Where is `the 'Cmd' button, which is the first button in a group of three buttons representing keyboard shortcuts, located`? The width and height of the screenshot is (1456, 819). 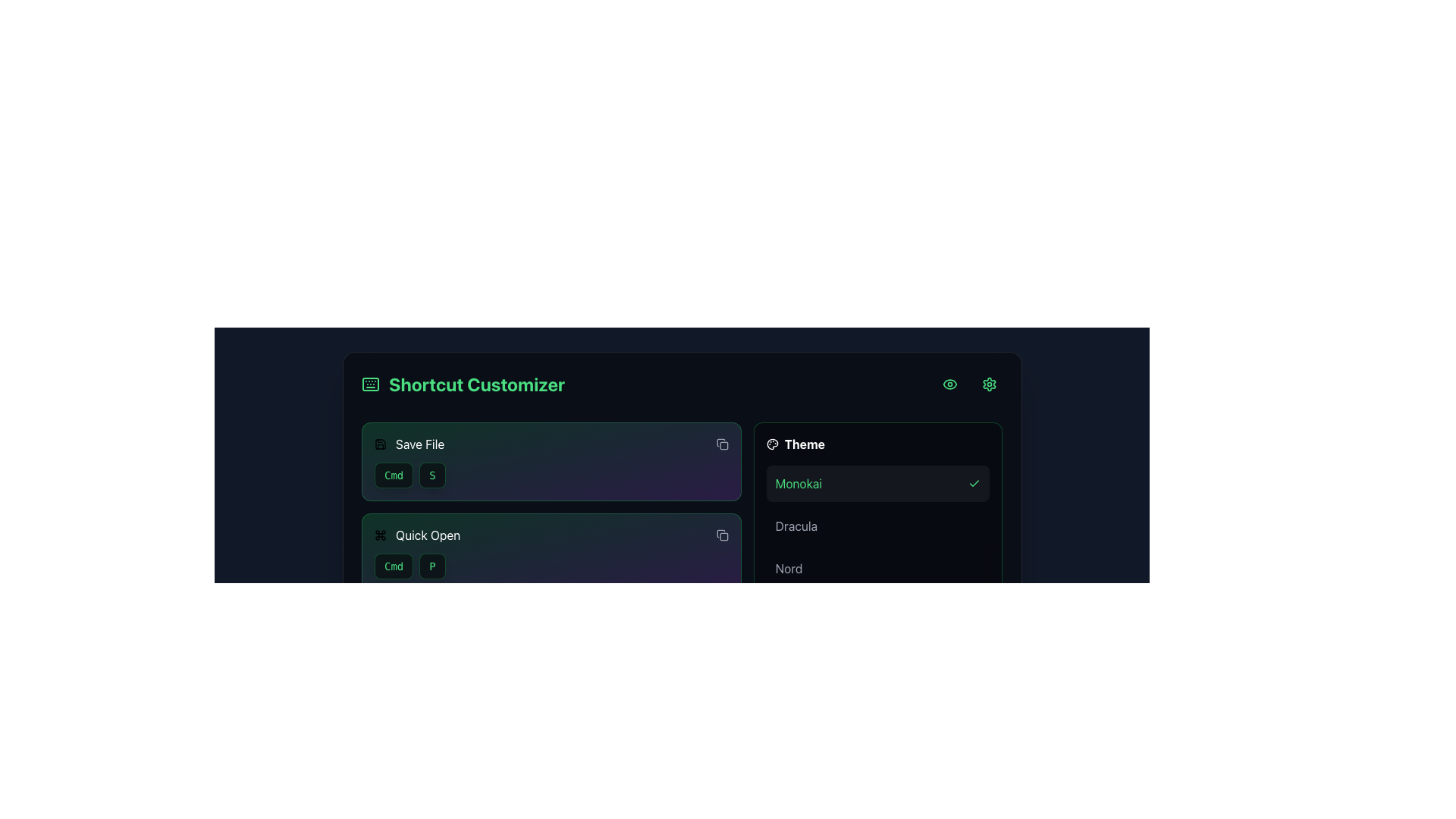
the 'Cmd' button, which is the first button in a group of three buttons representing keyboard shortcuts, located is located at coordinates (394, 657).